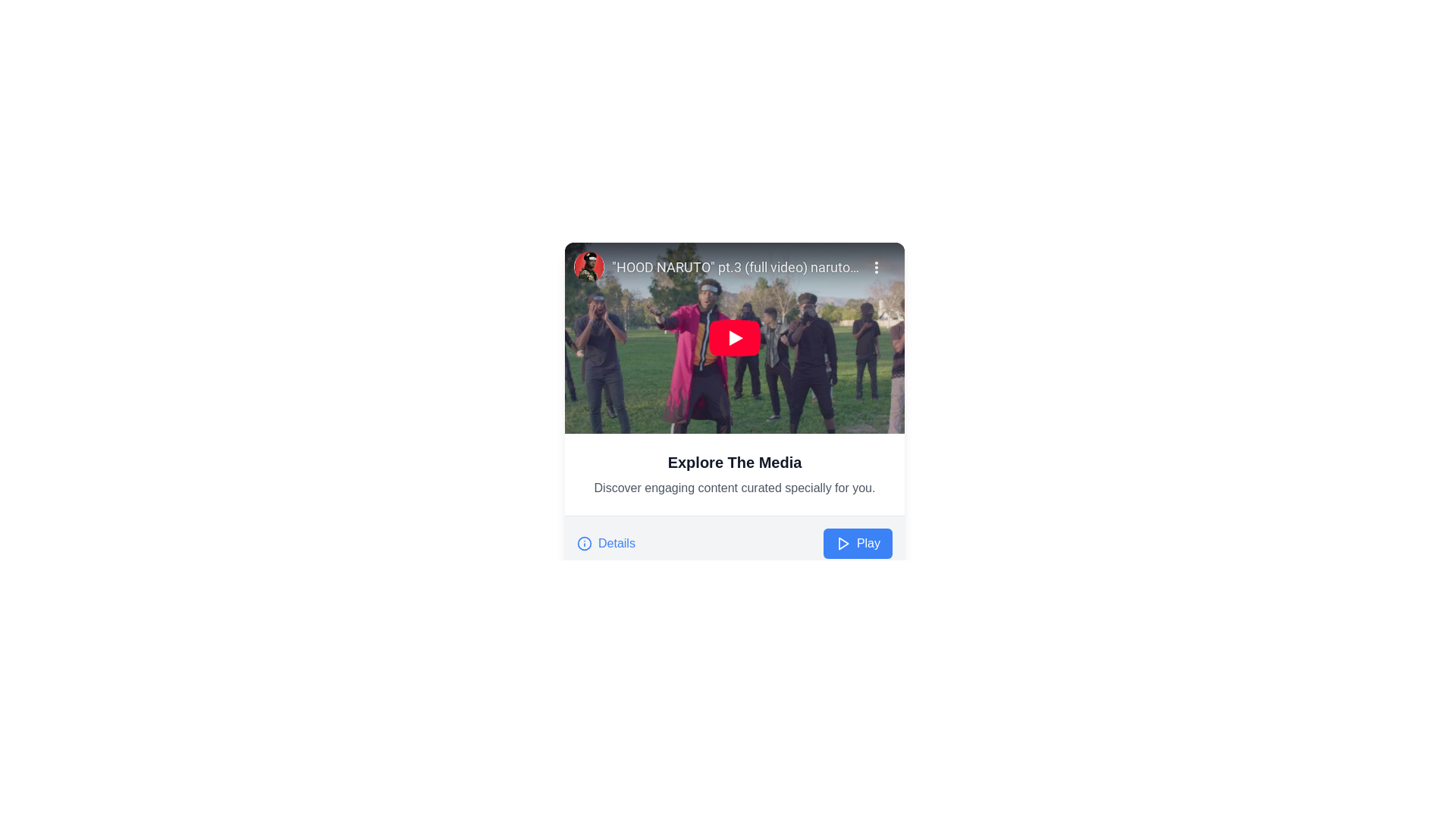 This screenshot has width=1456, height=819. What do you see at coordinates (842, 543) in the screenshot?
I see `the play icon located within the 'Play' button at the bottom right corner of the card component to initiate video playback` at bounding box center [842, 543].